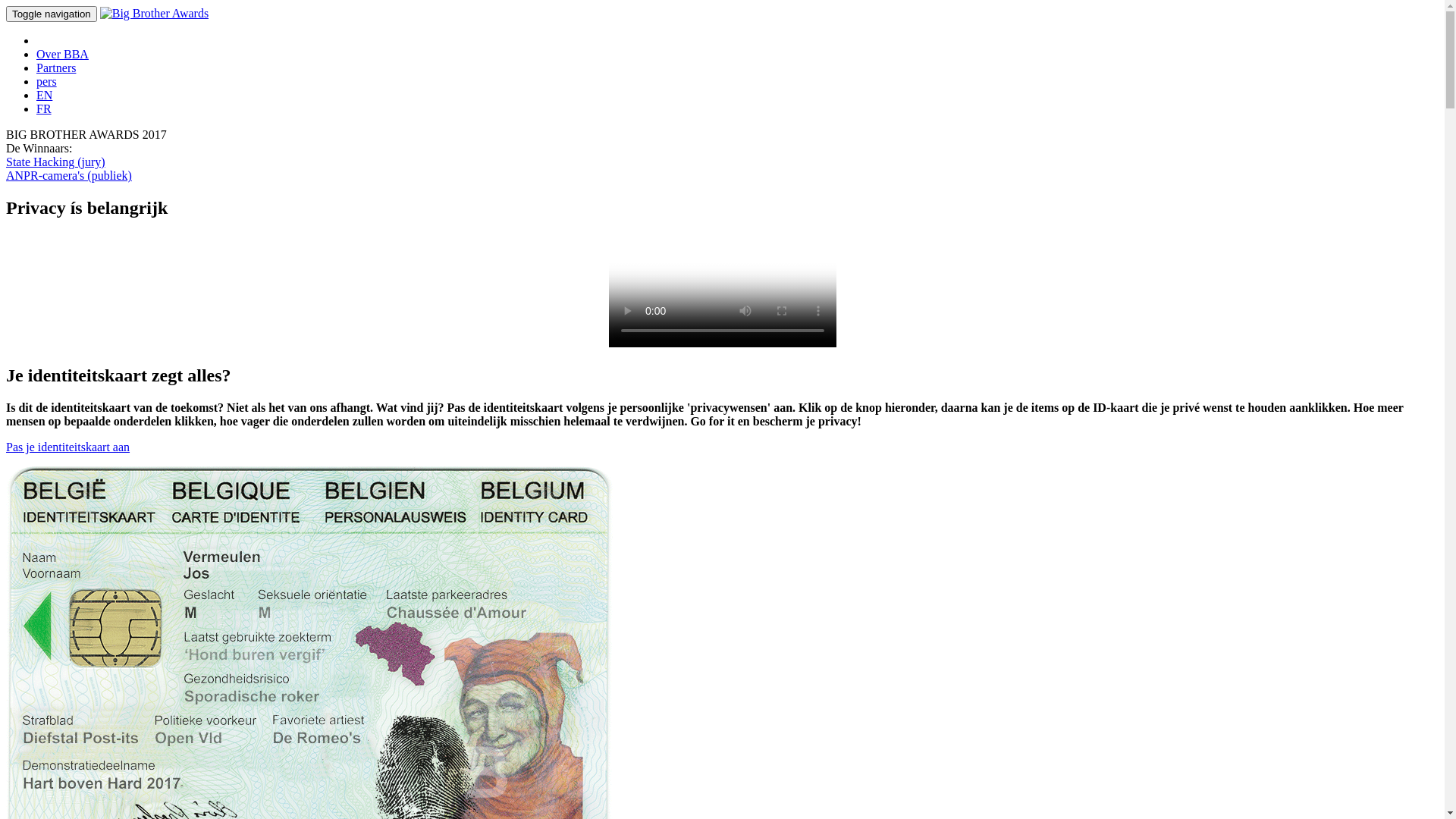 Image resolution: width=1456 pixels, height=819 pixels. I want to click on 'ANPR-camera's (publiek)', so click(68, 174).